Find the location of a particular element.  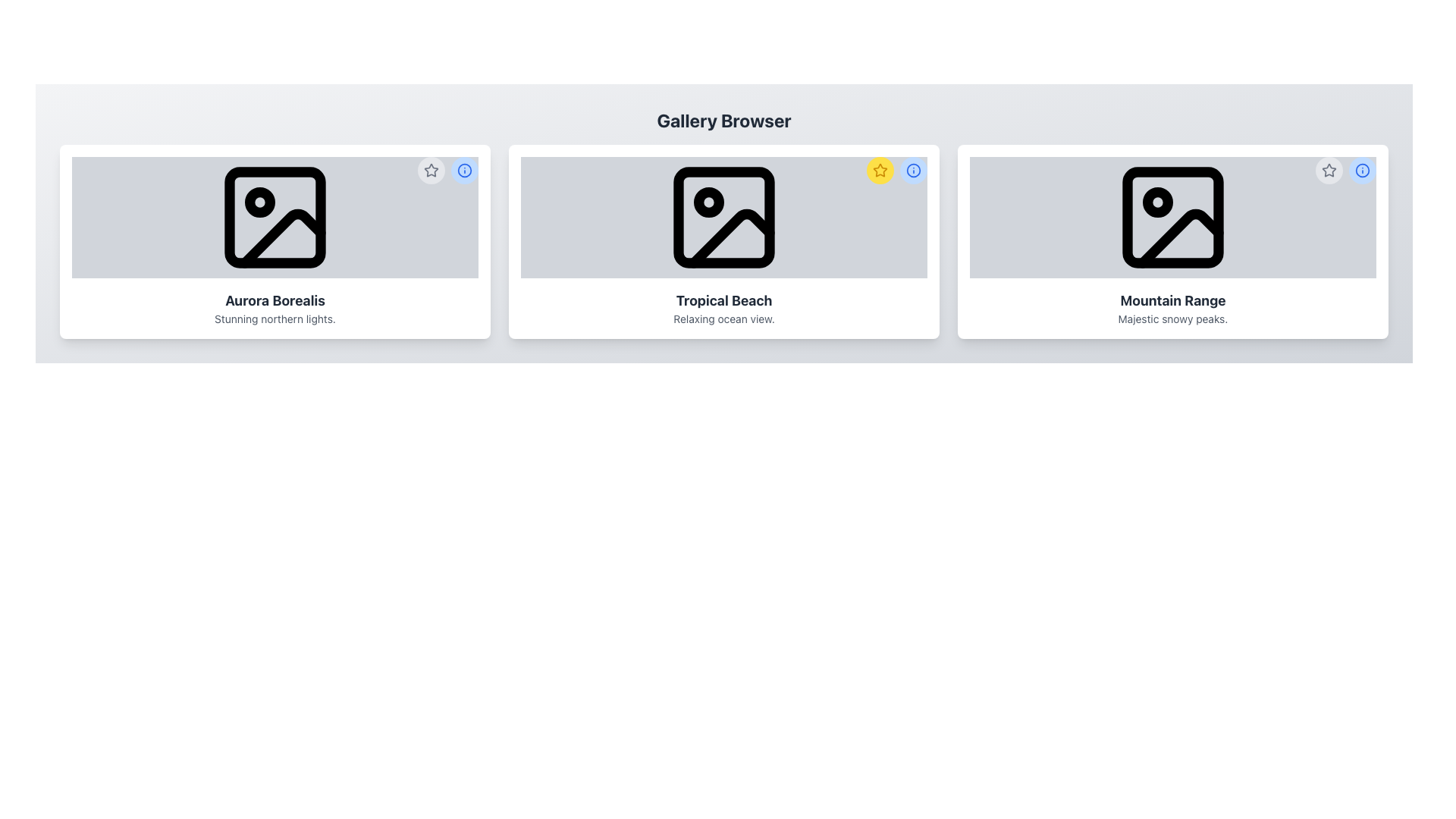

the 'Mountain Range' card located in the rightmost column of the grid is located at coordinates (1172, 241).